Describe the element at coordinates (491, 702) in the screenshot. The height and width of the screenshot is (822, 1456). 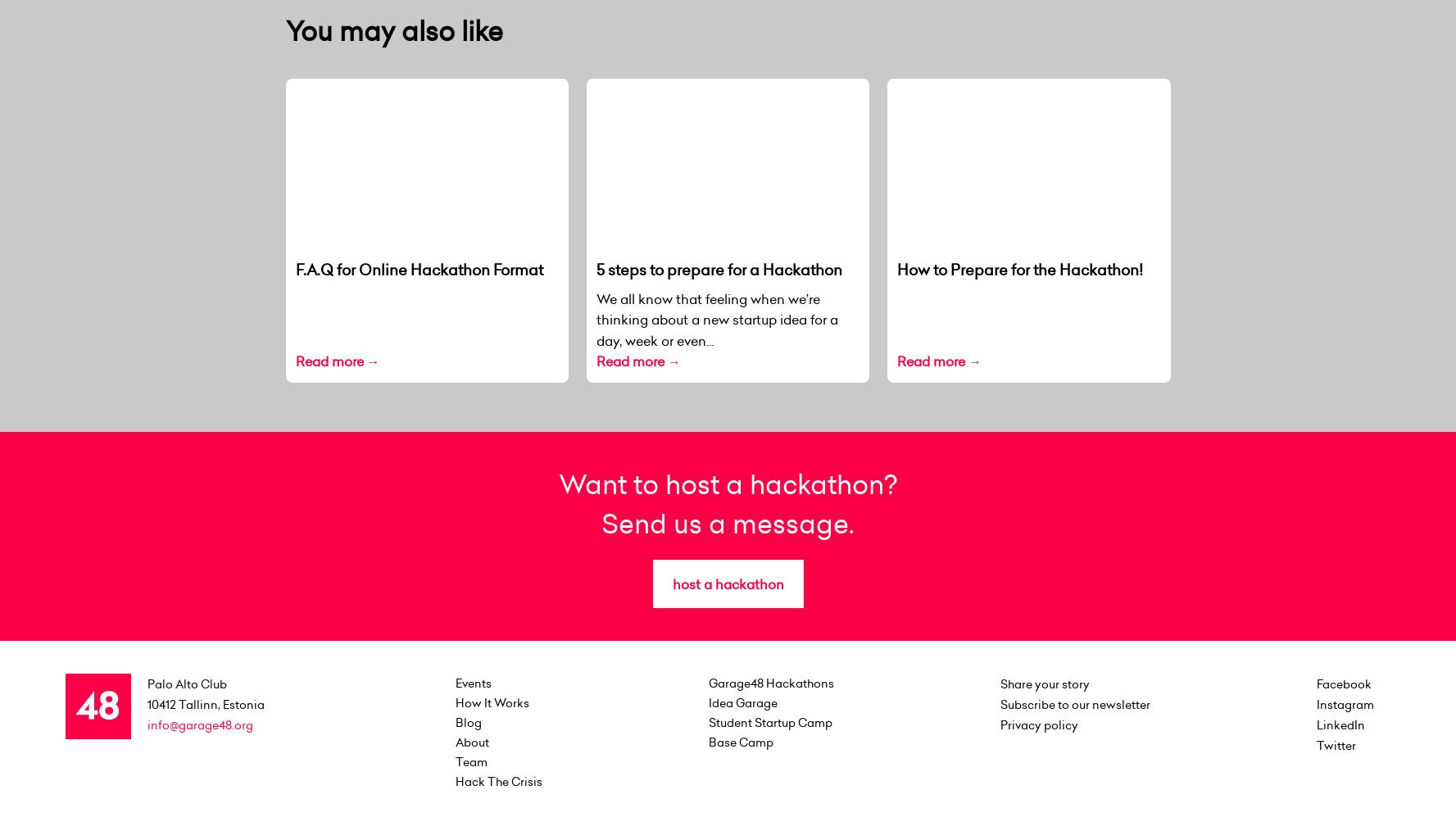
I see `'how it works'` at that location.